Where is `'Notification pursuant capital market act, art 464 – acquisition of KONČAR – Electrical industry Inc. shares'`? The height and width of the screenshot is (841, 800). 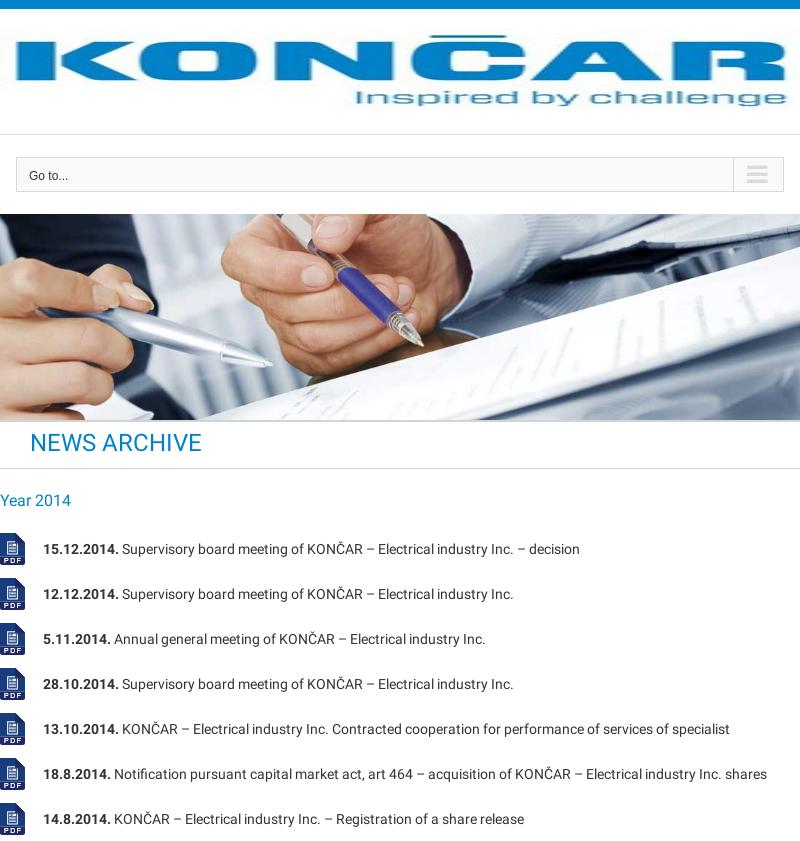
'Notification pursuant capital market act, art 464 – acquisition of KONČAR – Electrical industry Inc. shares' is located at coordinates (437, 772).